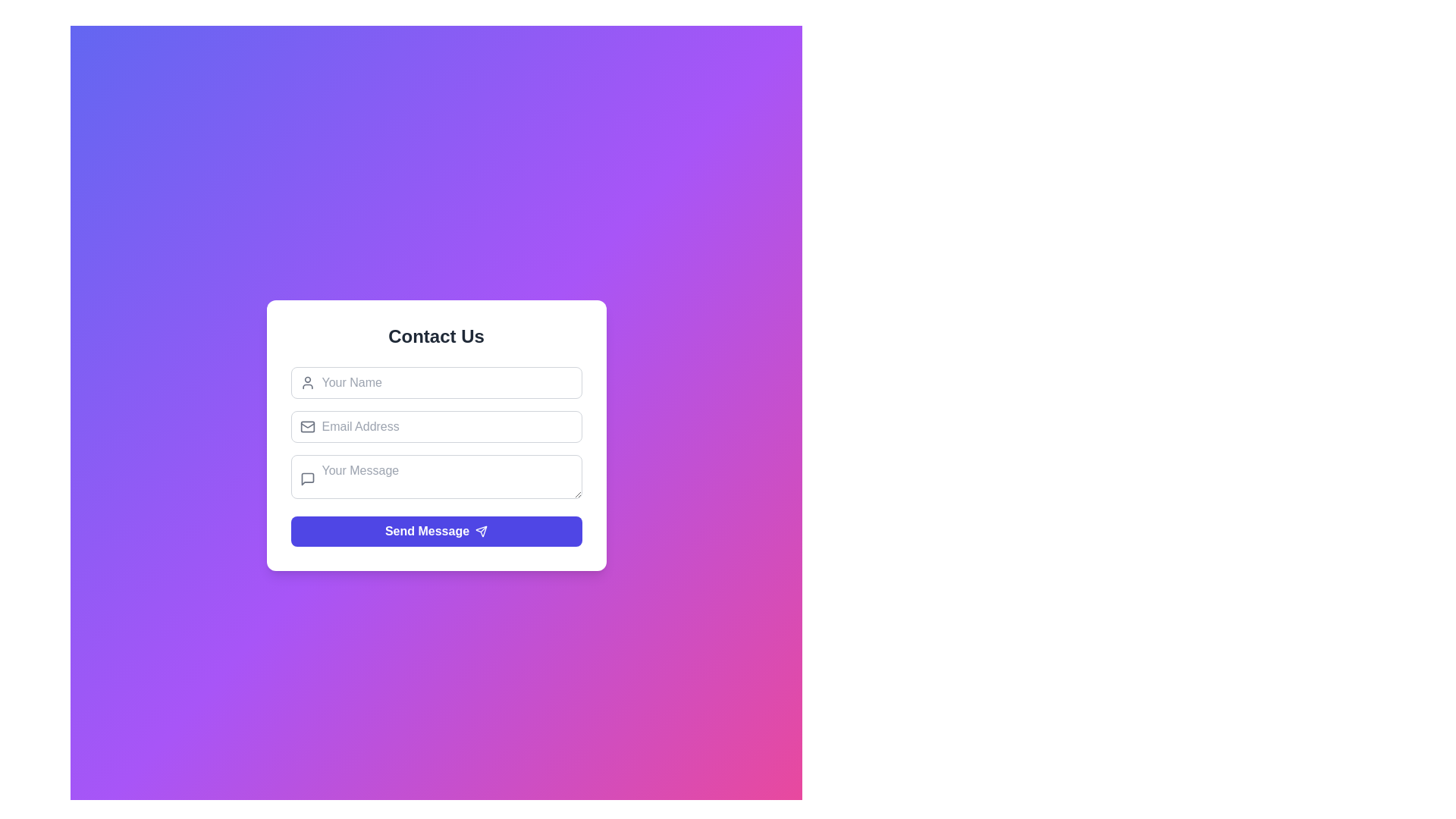  Describe the element at coordinates (481, 531) in the screenshot. I see `the decorative vector graphic icon located in the bottom-right corner of the 'Send Message' button` at that location.